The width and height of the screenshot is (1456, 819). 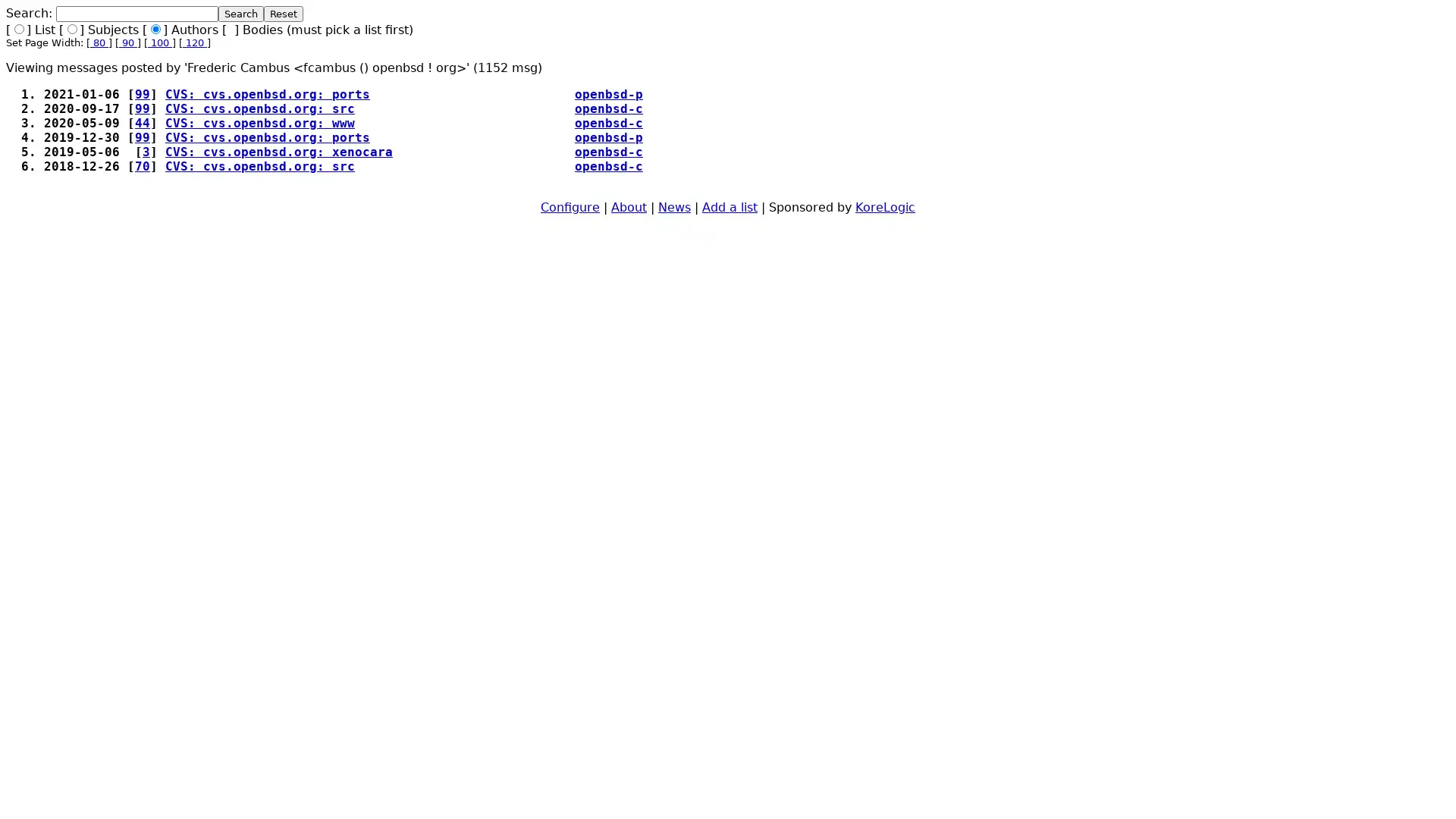 I want to click on Search, so click(x=240, y=14).